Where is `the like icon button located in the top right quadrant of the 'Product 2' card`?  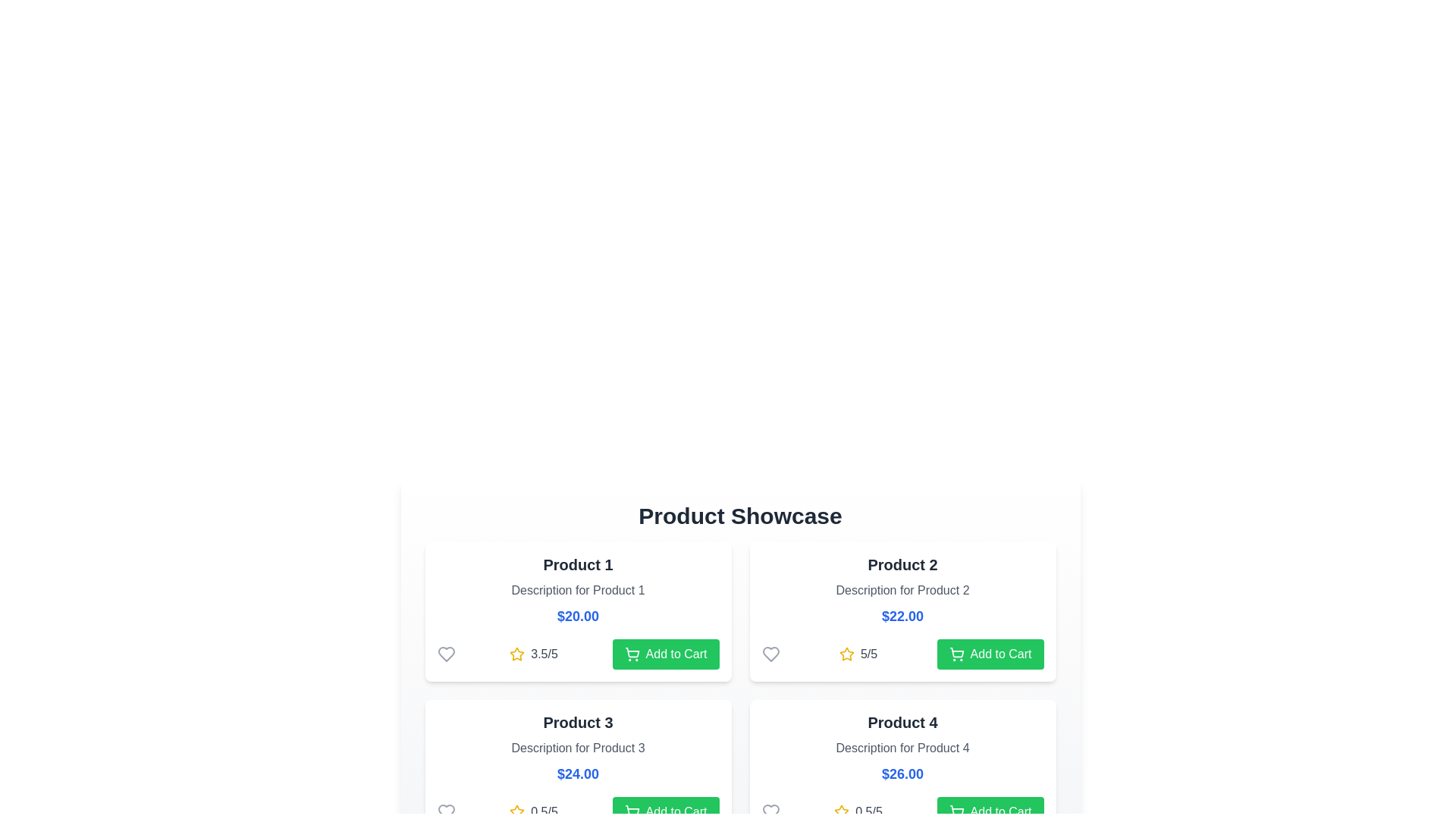
the like icon button located in the top right quadrant of the 'Product 2' card is located at coordinates (770, 654).